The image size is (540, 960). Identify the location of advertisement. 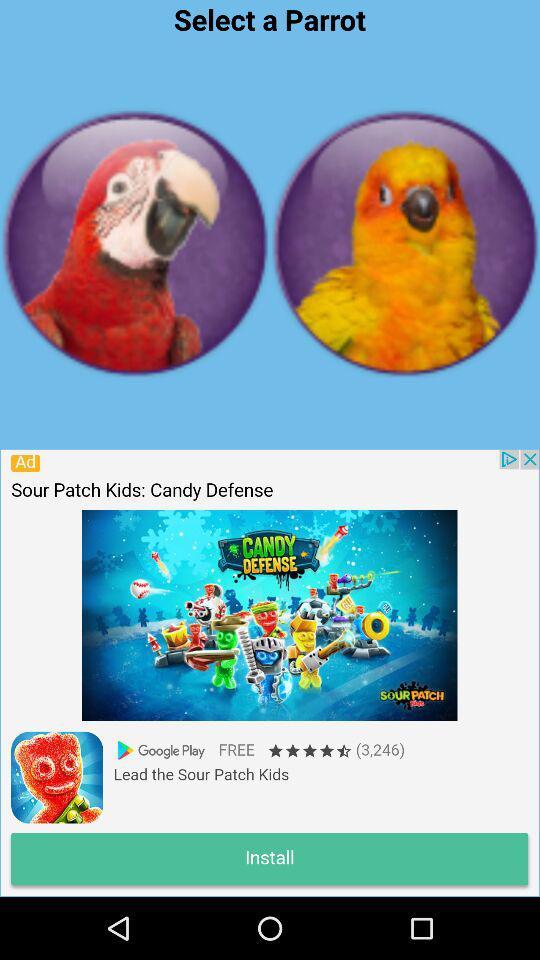
(269, 672).